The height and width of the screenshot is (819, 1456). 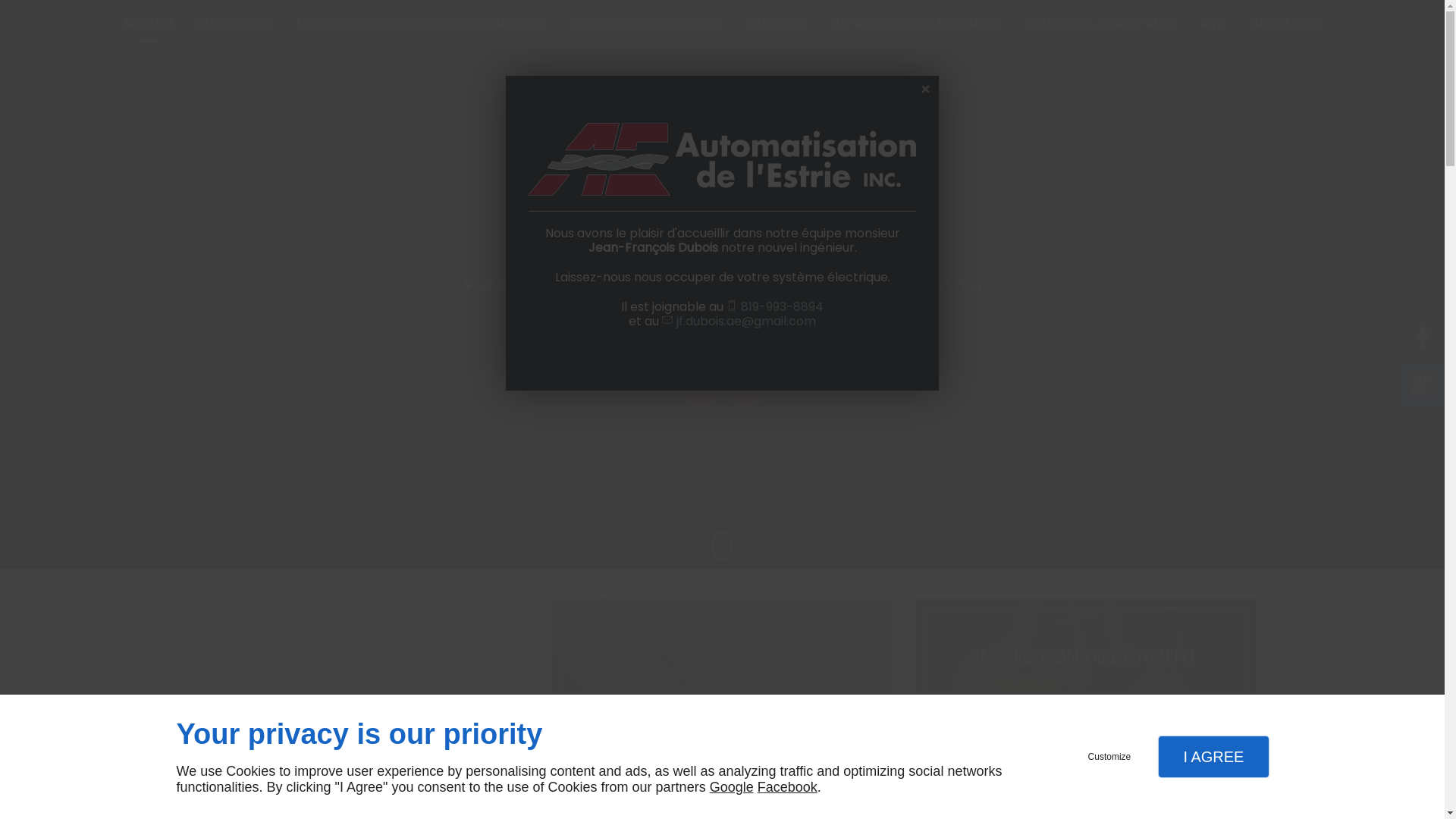 What do you see at coordinates (782, 306) in the screenshot?
I see `'819-993-8894'` at bounding box center [782, 306].